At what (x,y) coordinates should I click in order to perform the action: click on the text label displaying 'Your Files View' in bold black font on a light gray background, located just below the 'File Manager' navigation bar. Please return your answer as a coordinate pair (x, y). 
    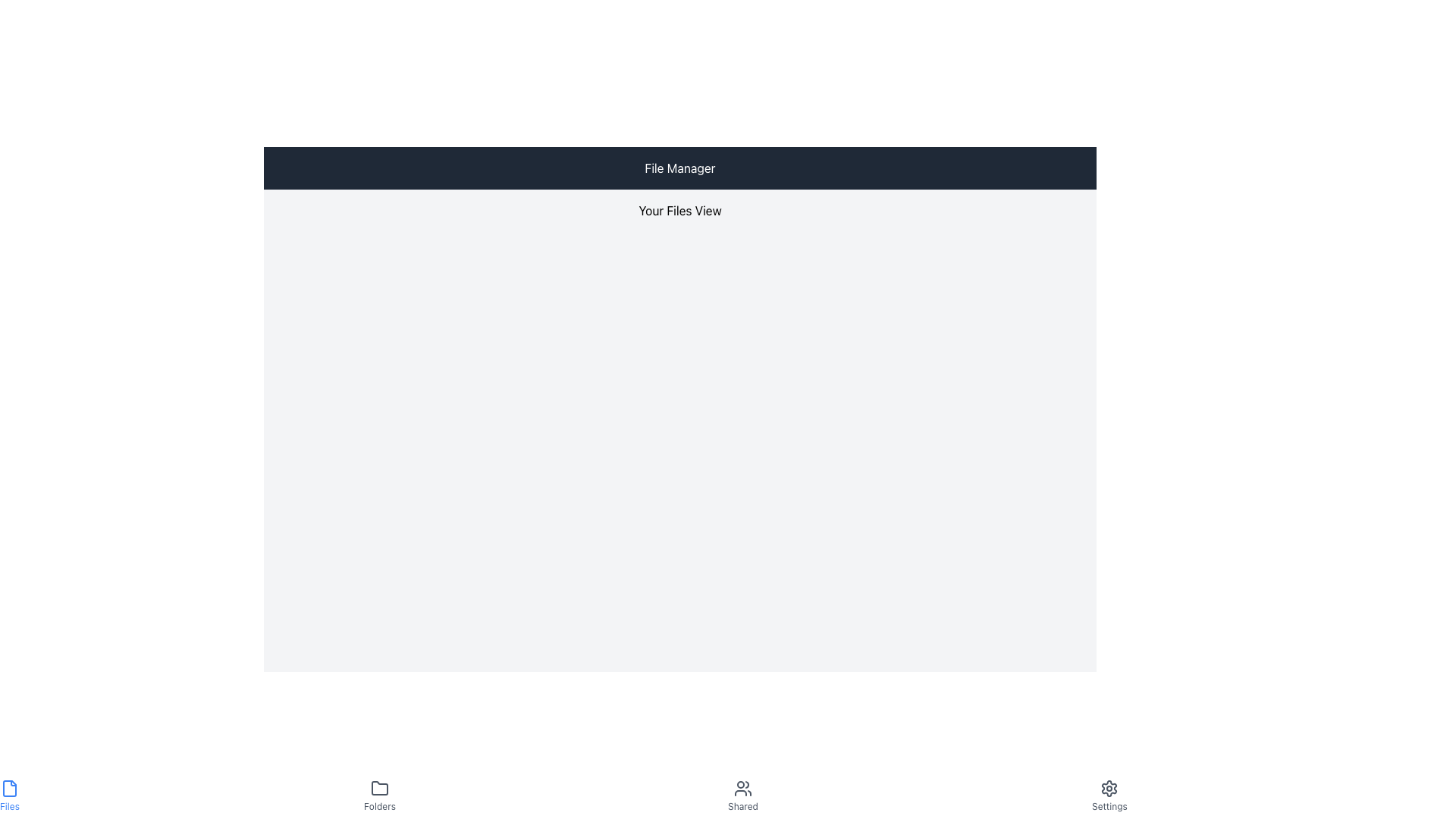
    Looking at the image, I should click on (679, 210).